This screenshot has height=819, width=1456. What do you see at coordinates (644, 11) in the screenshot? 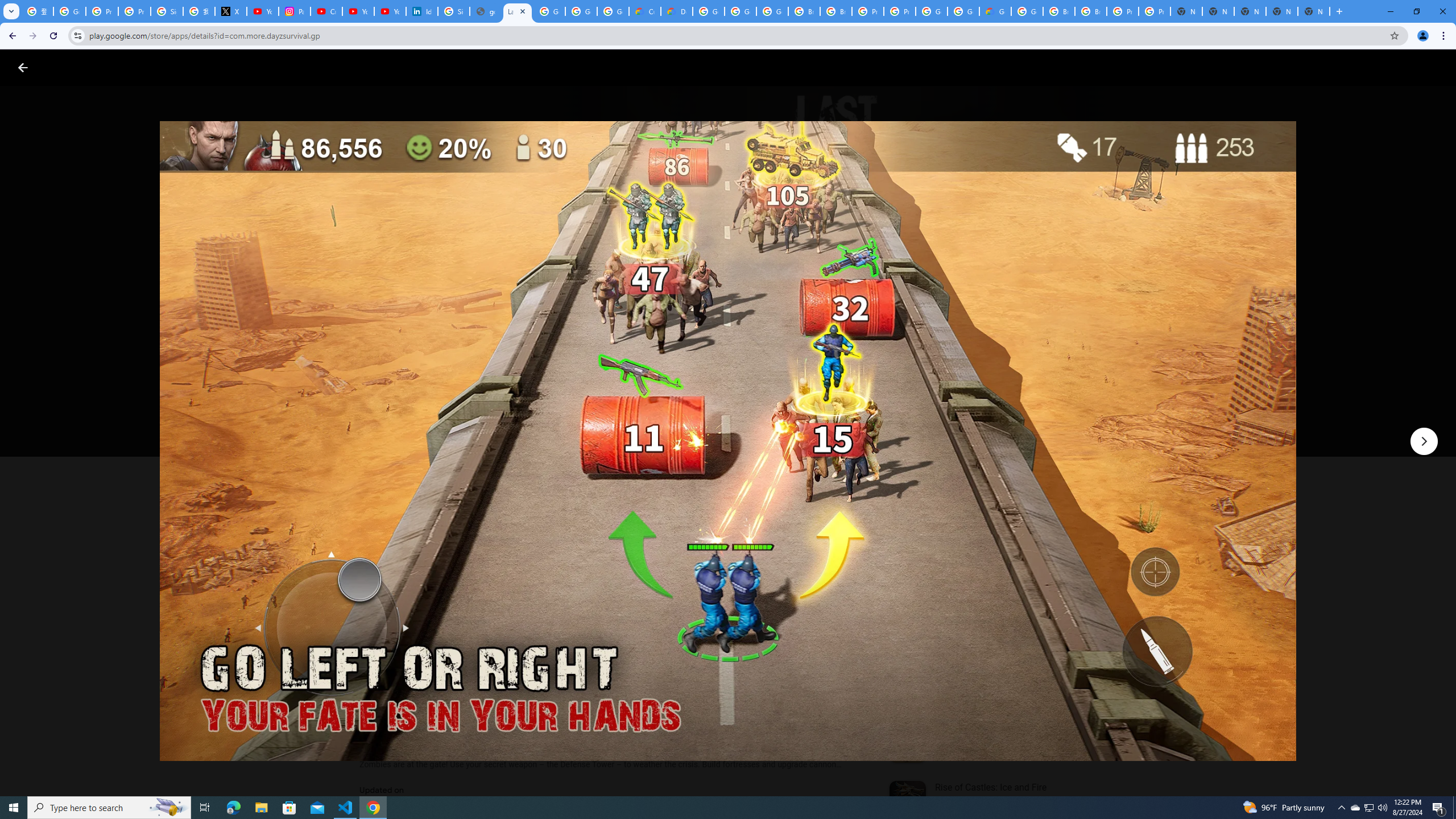
I see `'Customer Care | Google Cloud'` at bounding box center [644, 11].